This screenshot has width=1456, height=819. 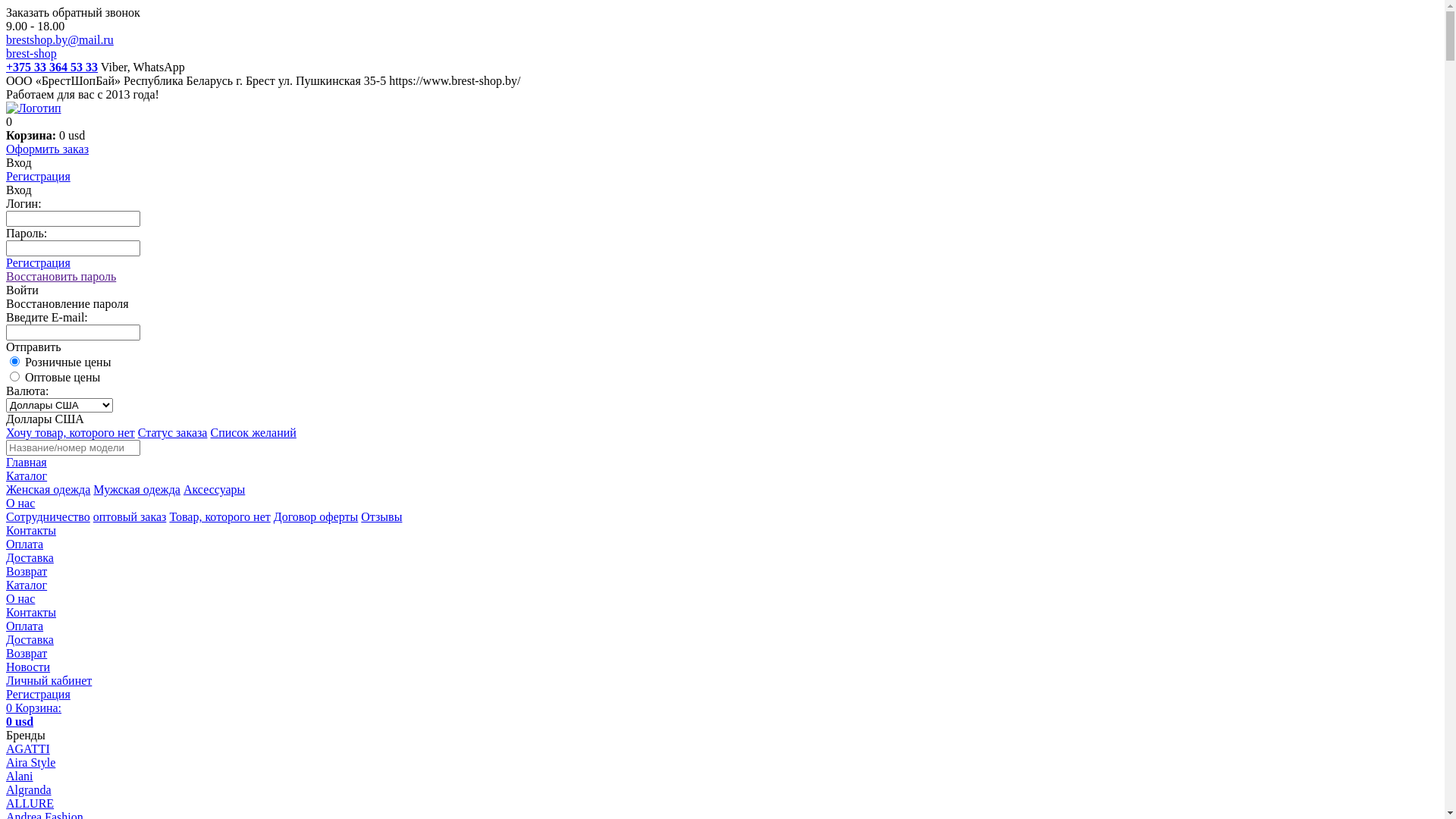 I want to click on 'AGATTI', so click(x=28, y=748).